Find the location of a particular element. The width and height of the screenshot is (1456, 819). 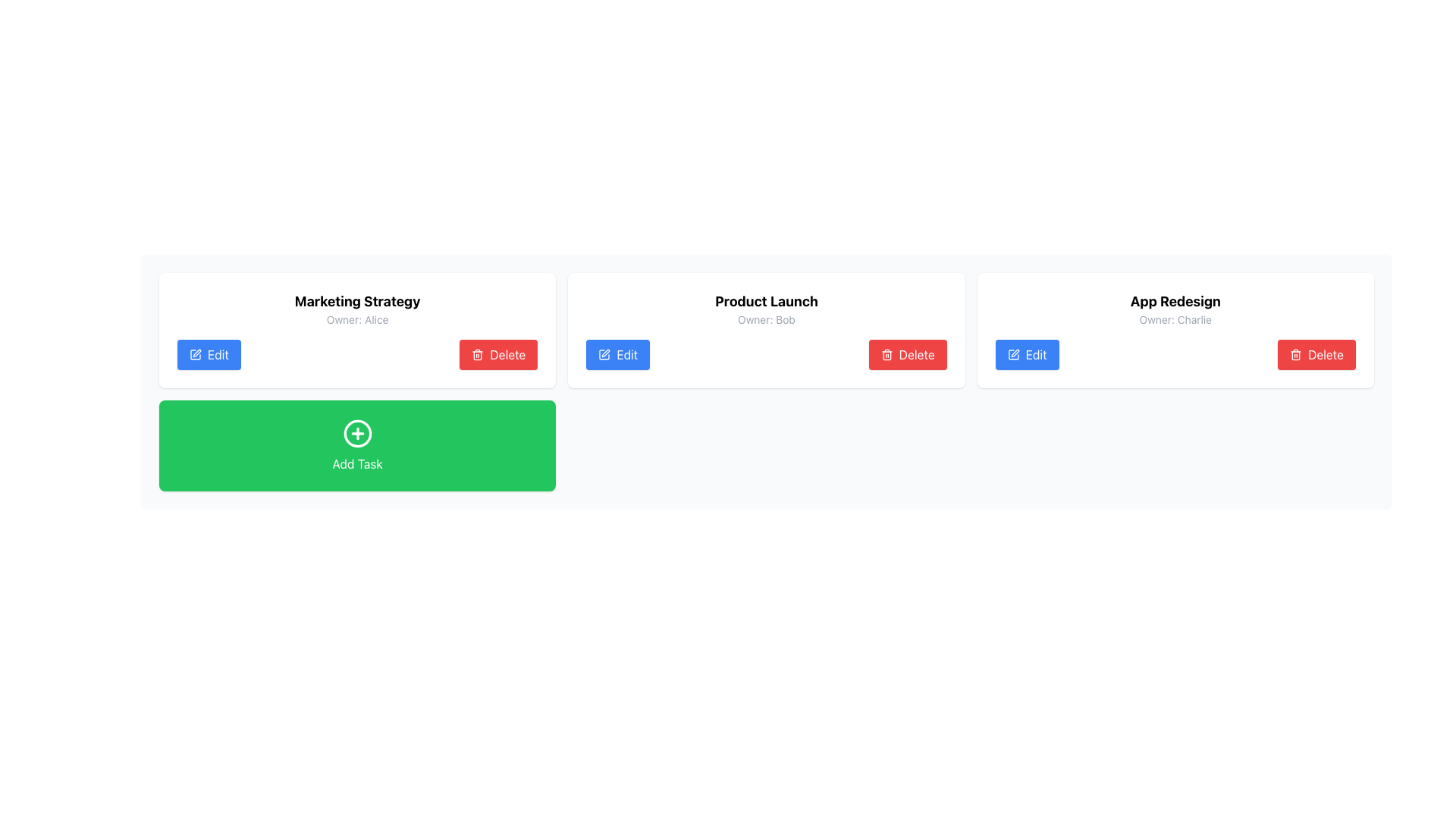

the delete button located to the right of the 'Edit' button in the 'App Redesign' task card is located at coordinates (1316, 354).